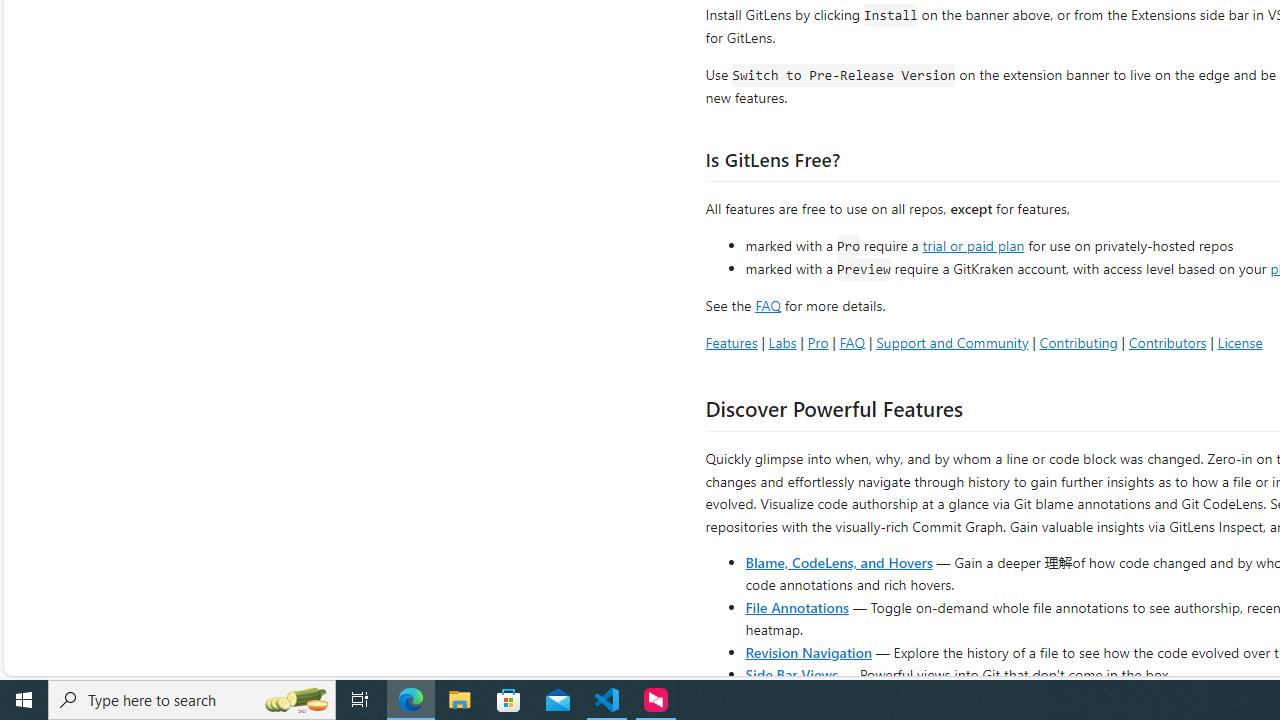 The width and height of the screenshot is (1280, 720). I want to click on 'Revision Navigation', so click(808, 651).